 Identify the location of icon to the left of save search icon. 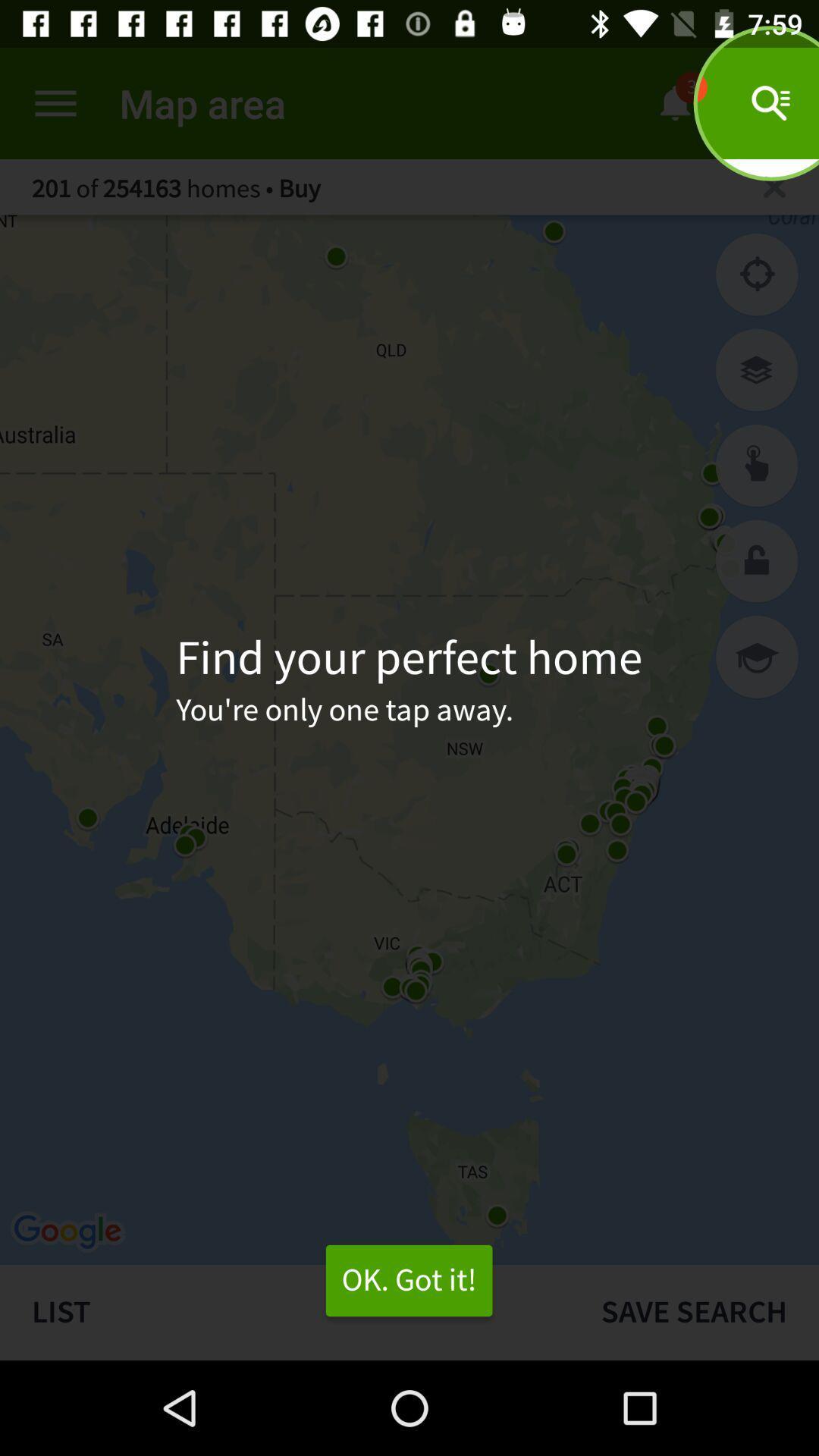
(408, 1280).